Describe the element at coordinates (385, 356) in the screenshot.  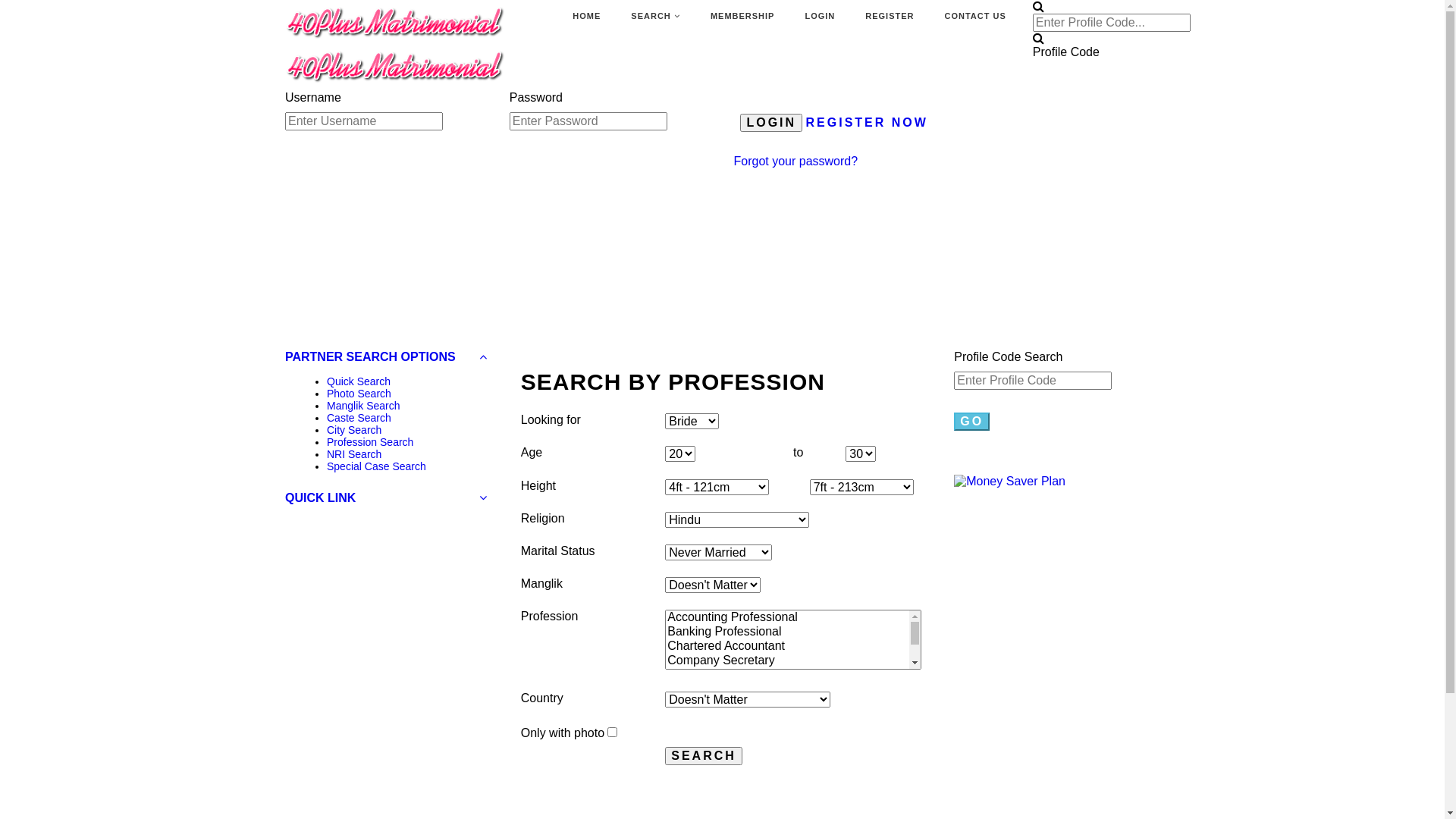
I see `'PARTNER SEARCH OPTIONS'` at that location.